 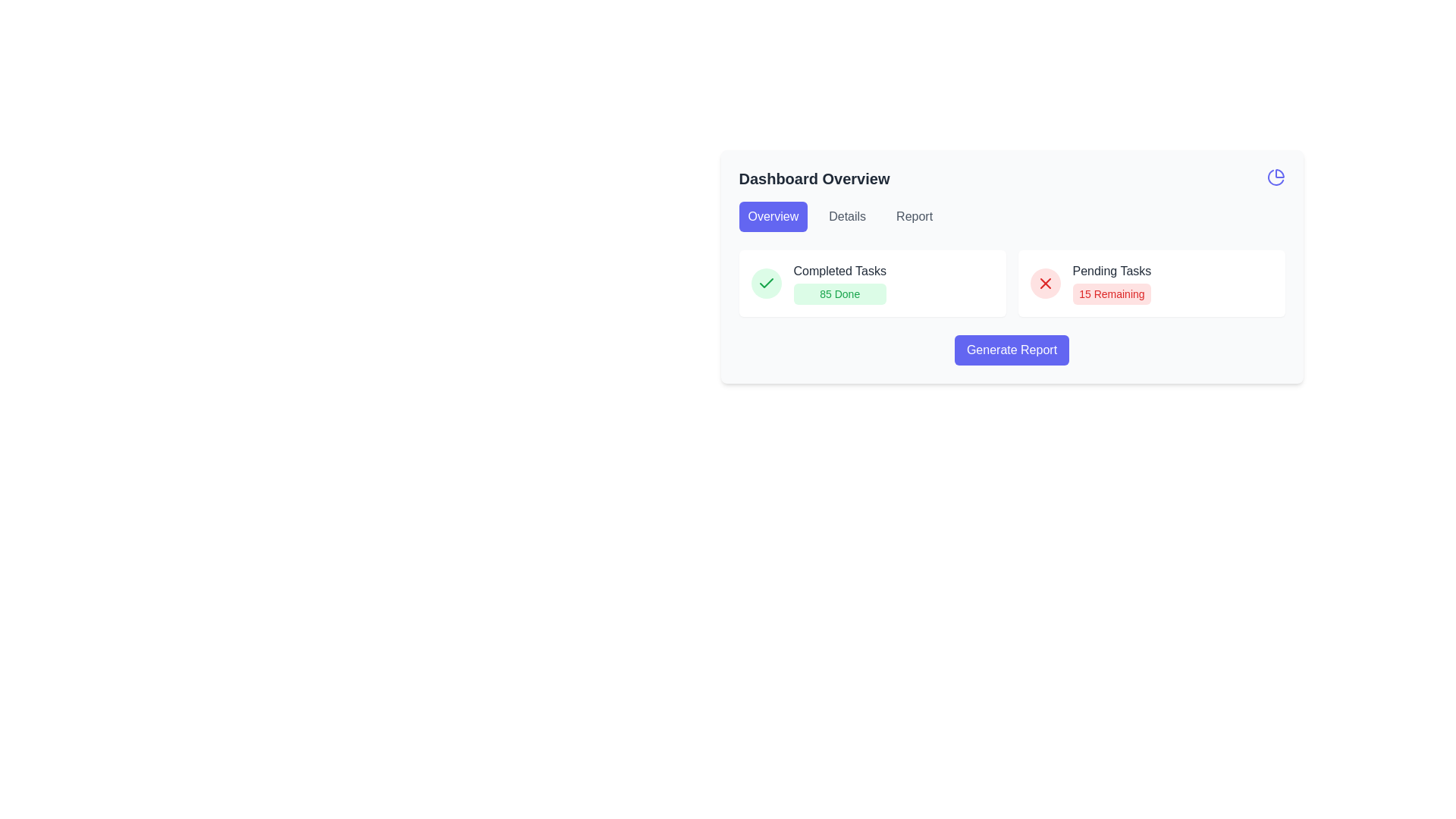 What do you see at coordinates (1044, 284) in the screenshot?
I see `the red 'X' icon with a circular red background located in the top-left corner of the 'Pending Tasks' box on the Dashboard Overview interface` at bounding box center [1044, 284].